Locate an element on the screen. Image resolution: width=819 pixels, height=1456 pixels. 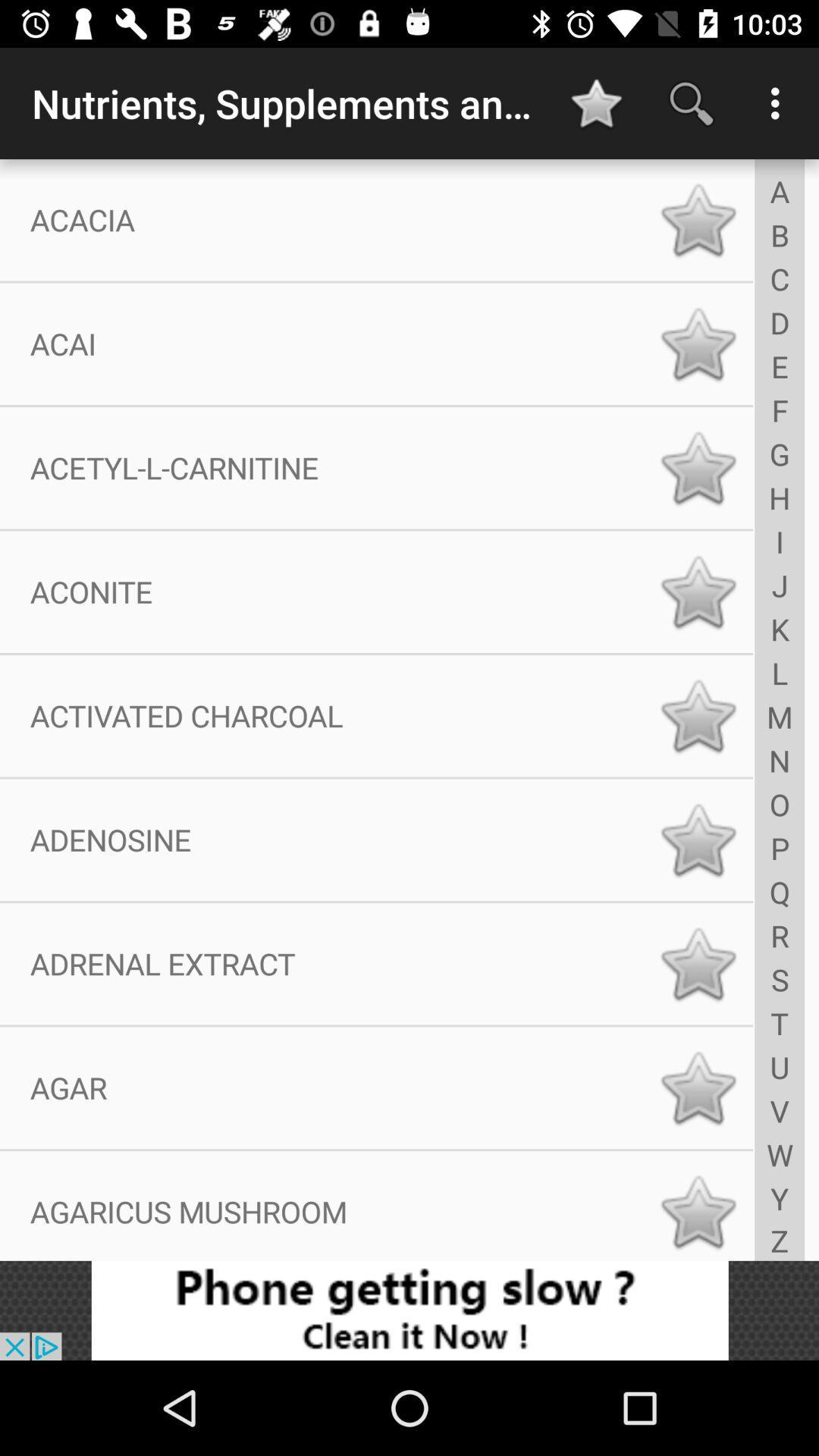
favorite is located at coordinates (698, 591).